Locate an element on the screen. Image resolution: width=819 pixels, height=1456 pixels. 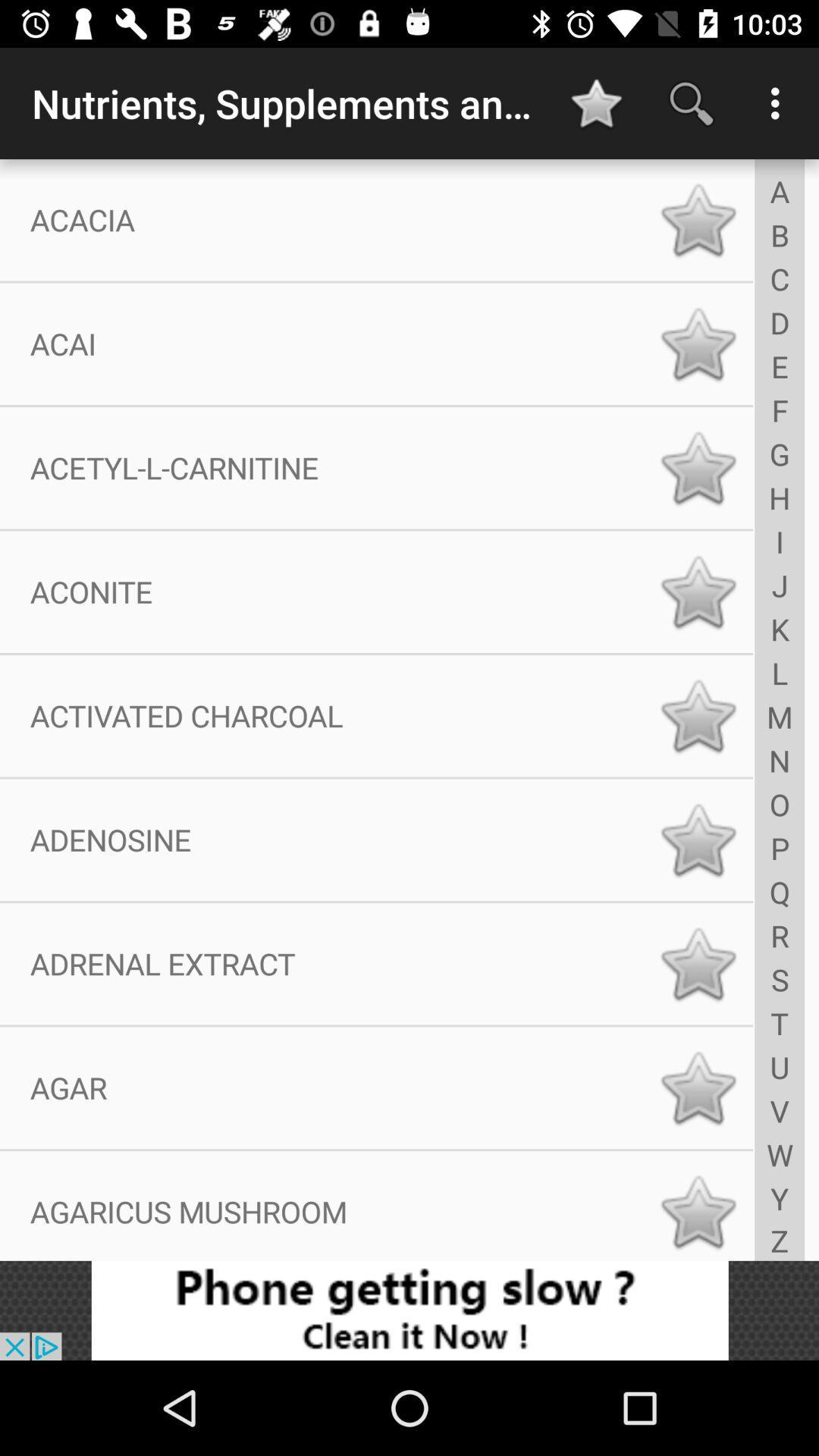
favorite is located at coordinates (698, 591).